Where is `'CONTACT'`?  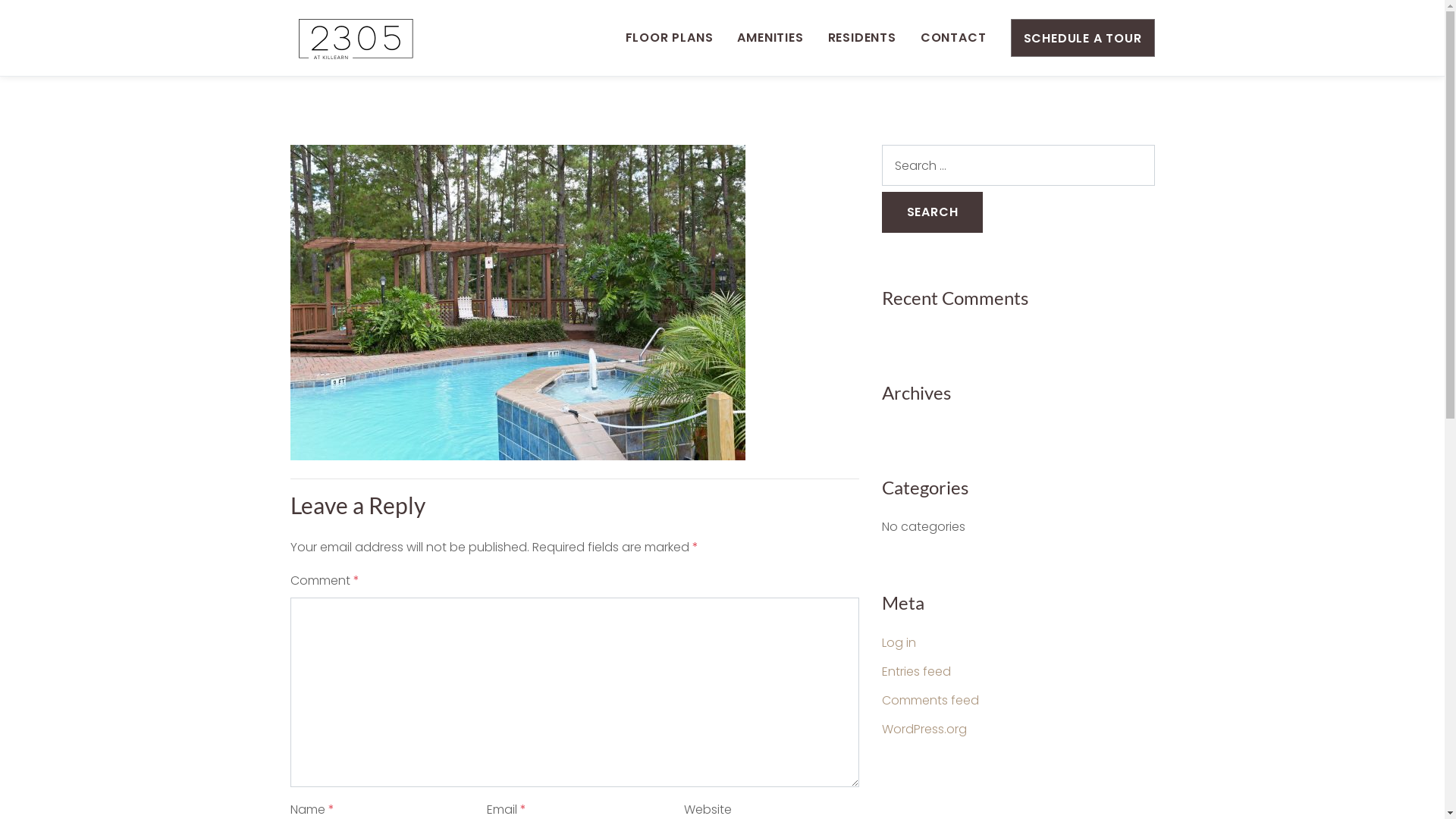
'CONTACT' is located at coordinates (952, 37).